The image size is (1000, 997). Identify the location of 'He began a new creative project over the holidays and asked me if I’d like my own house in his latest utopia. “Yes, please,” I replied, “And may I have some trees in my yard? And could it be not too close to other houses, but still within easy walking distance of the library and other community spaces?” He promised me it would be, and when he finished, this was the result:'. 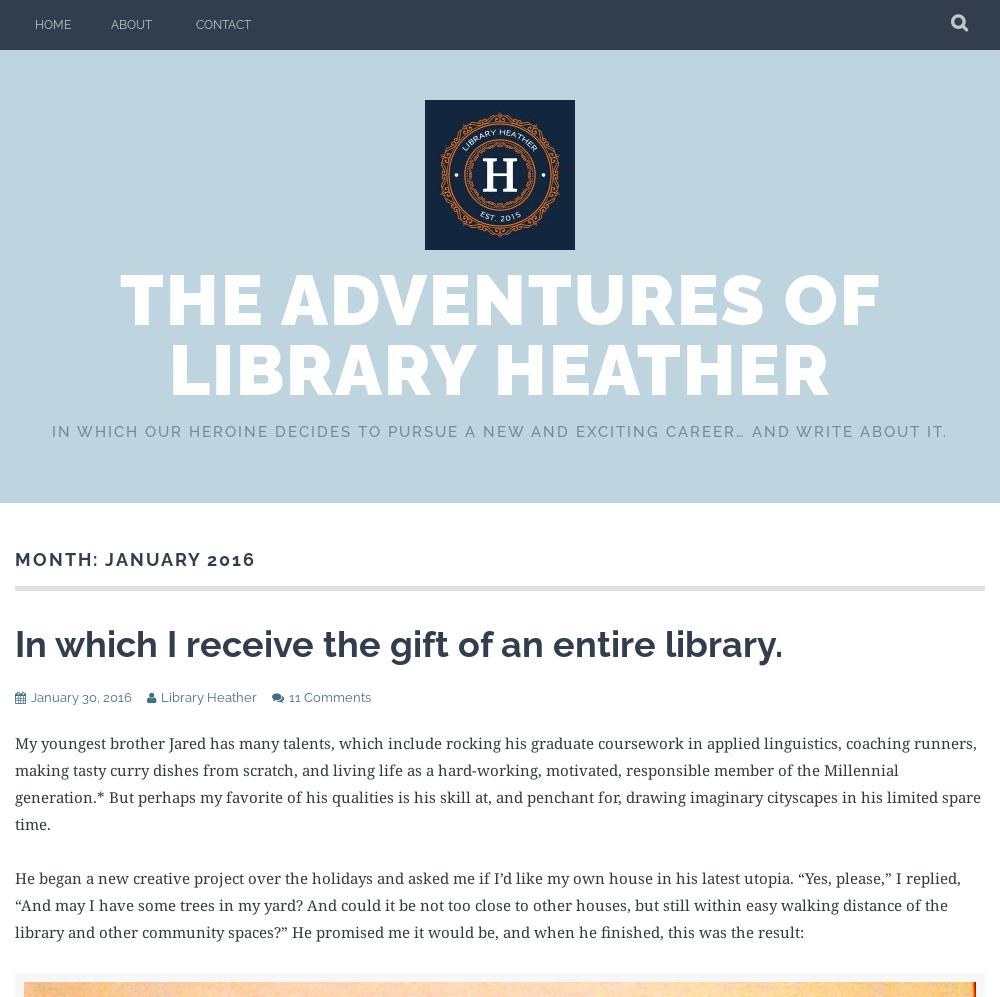
(487, 902).